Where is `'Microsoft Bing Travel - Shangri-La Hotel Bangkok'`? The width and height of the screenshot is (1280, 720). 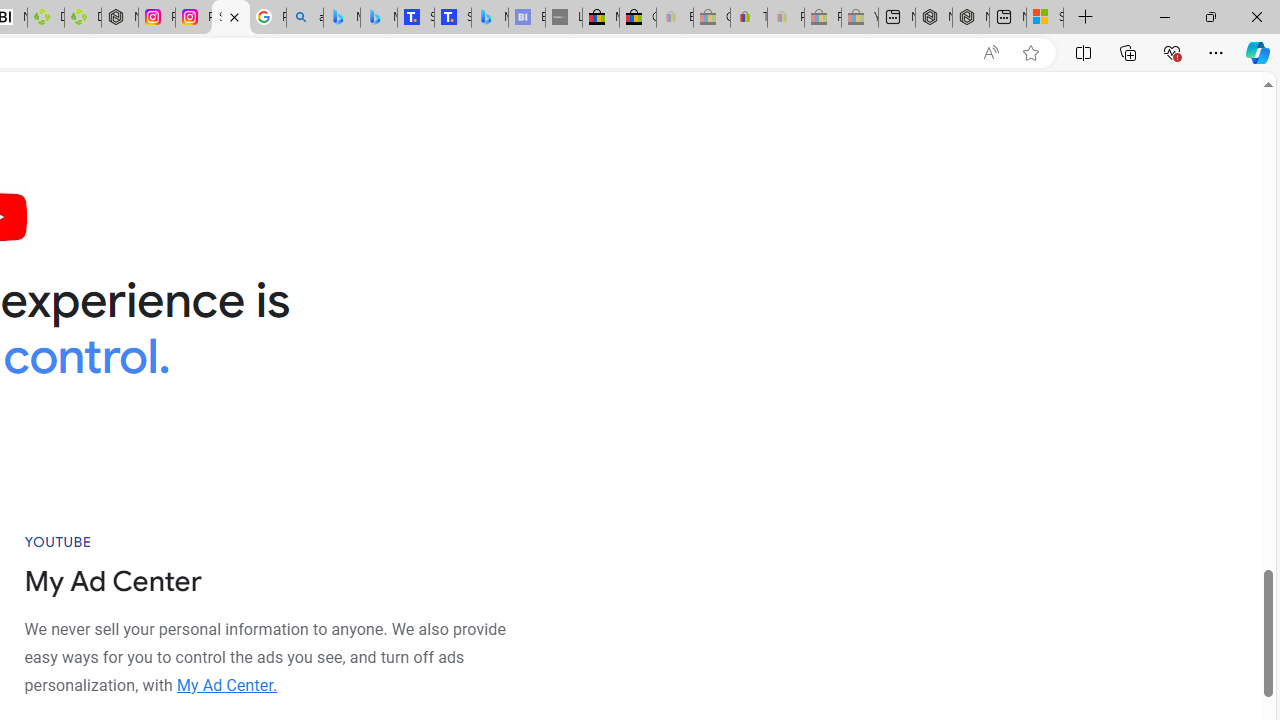
'Microsoft Bing Travel - Shangri-La Hotel Bangkok' is located at coordinates (490, 17).